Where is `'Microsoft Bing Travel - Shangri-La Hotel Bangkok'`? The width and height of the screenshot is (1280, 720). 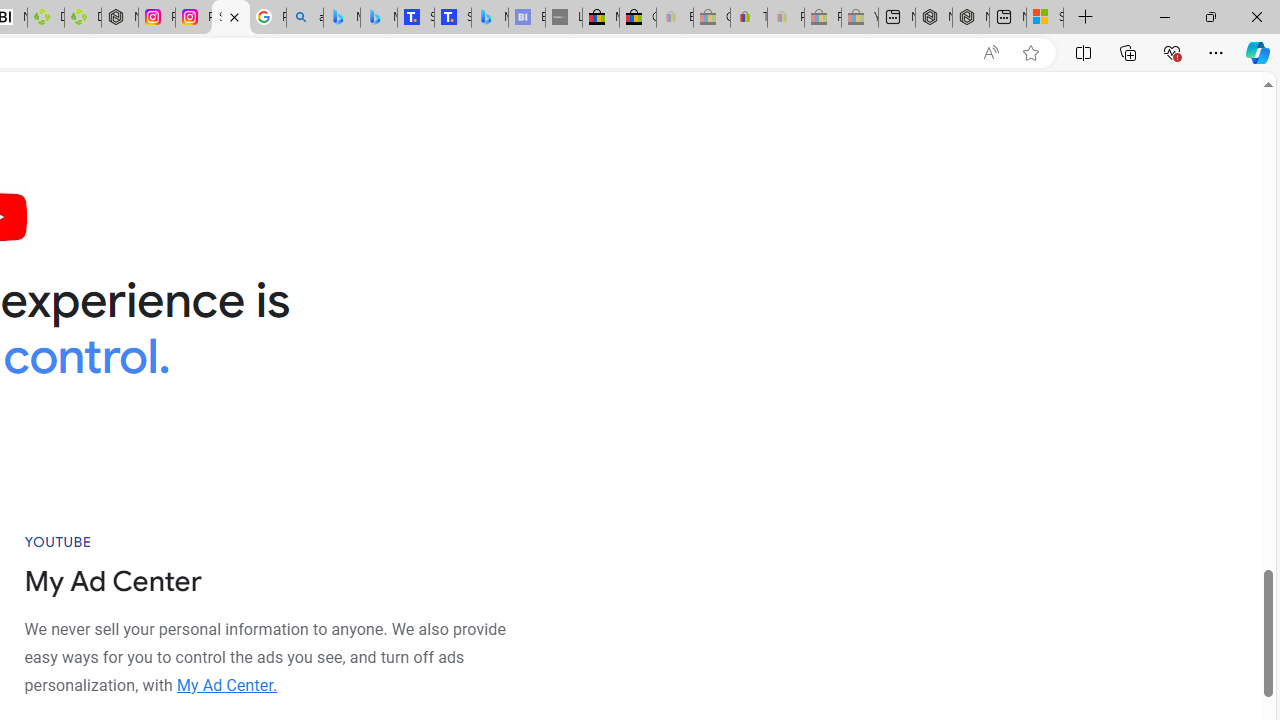
'Microsoft Bing Travel - Shangri-La Hotel Bangkok' is located at coordinates (490, 17).